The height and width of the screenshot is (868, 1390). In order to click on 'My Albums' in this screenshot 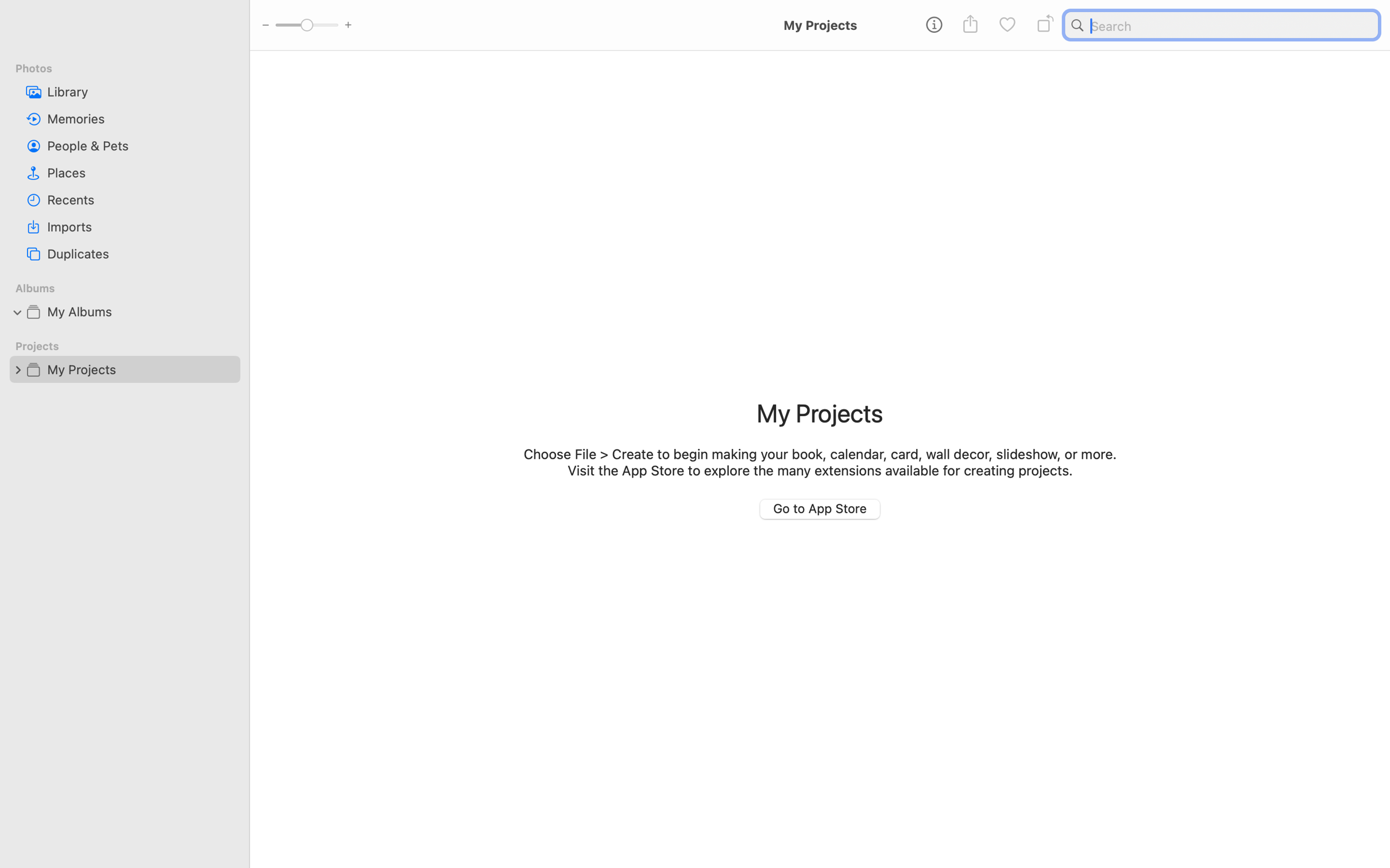, I will do `click(140, 312)`.